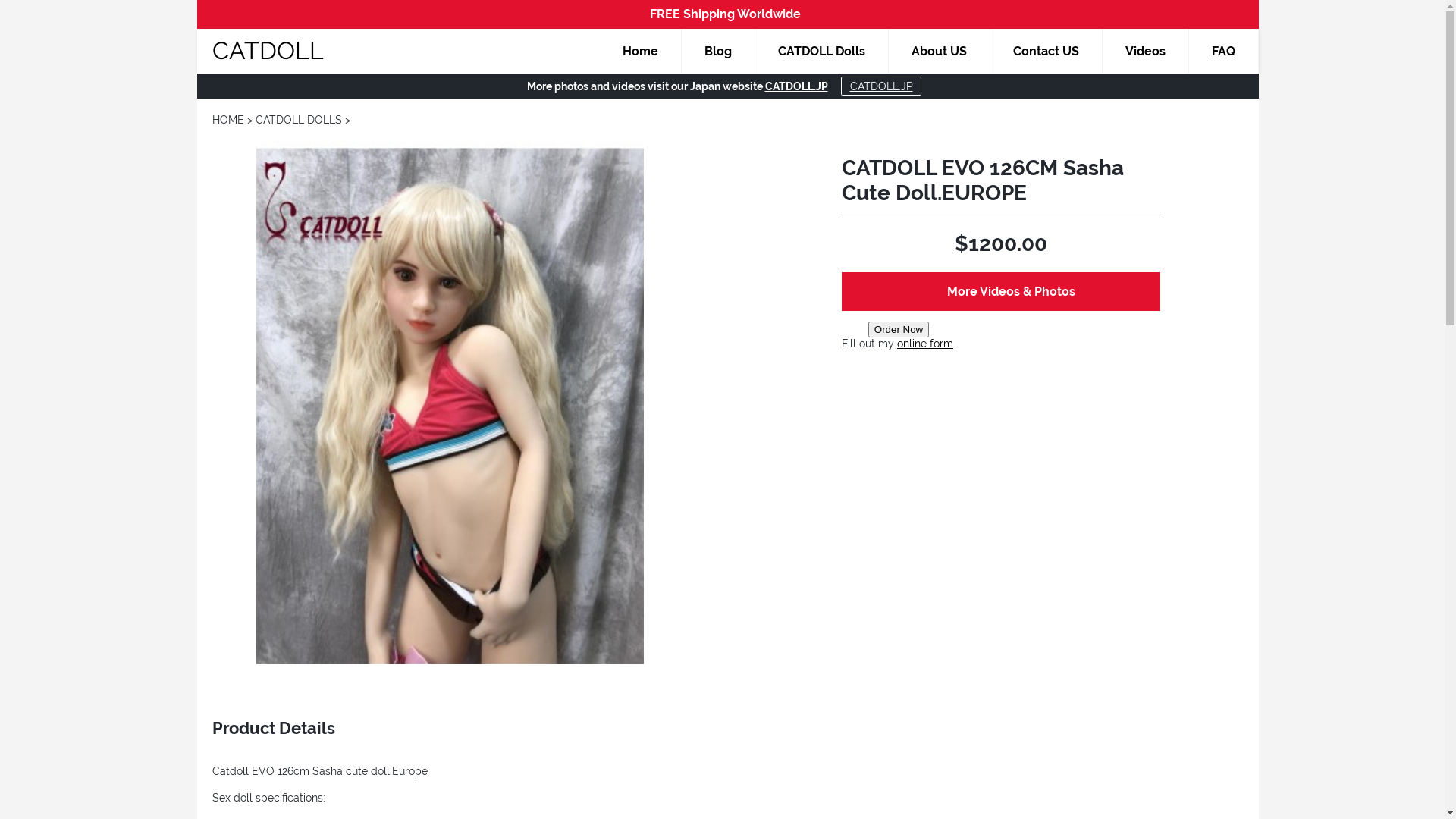  I want to click on 'CATDOLL', so click(268, 49).